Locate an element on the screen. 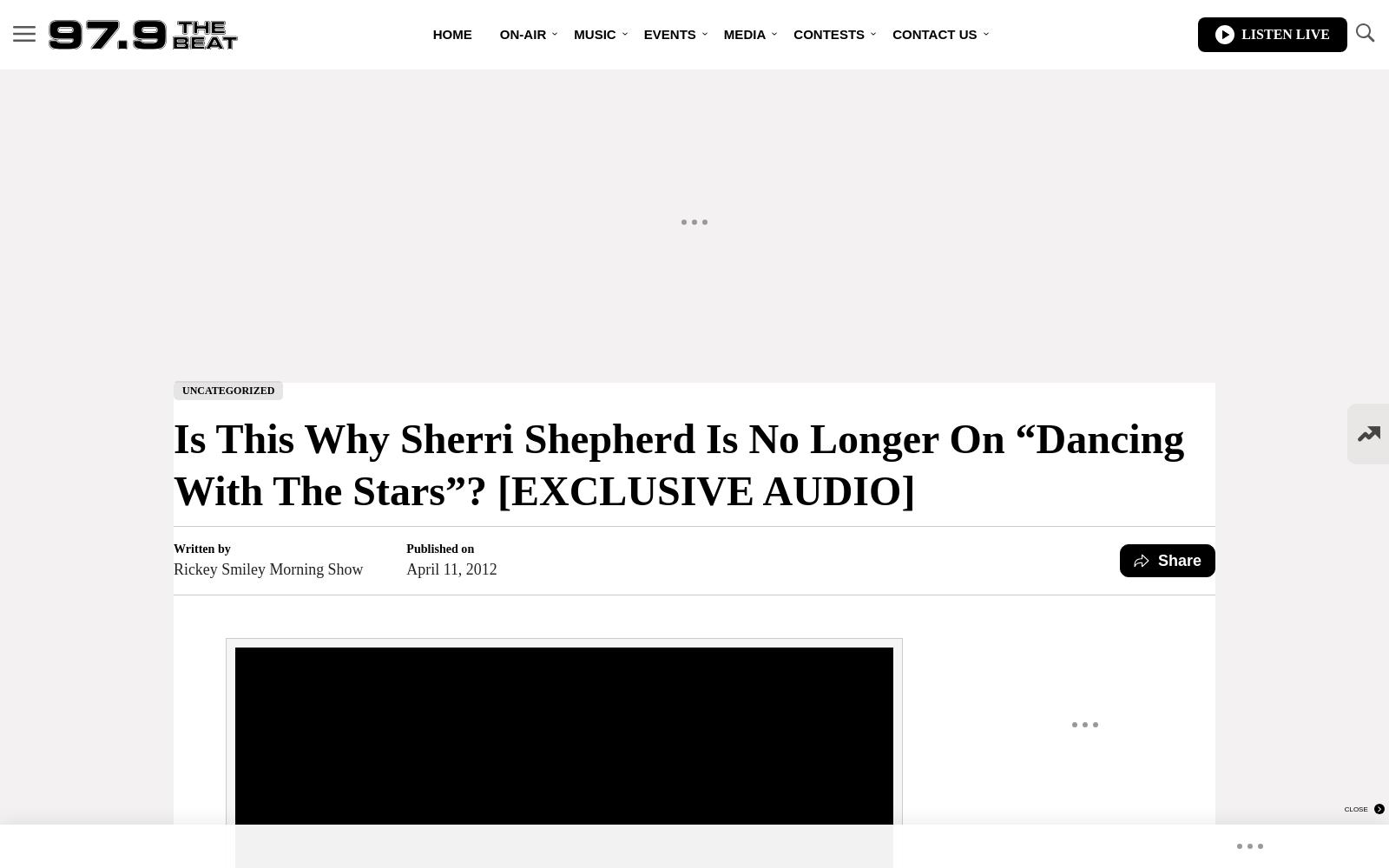  'Uncategorized' is located at coordinates (228, 390).